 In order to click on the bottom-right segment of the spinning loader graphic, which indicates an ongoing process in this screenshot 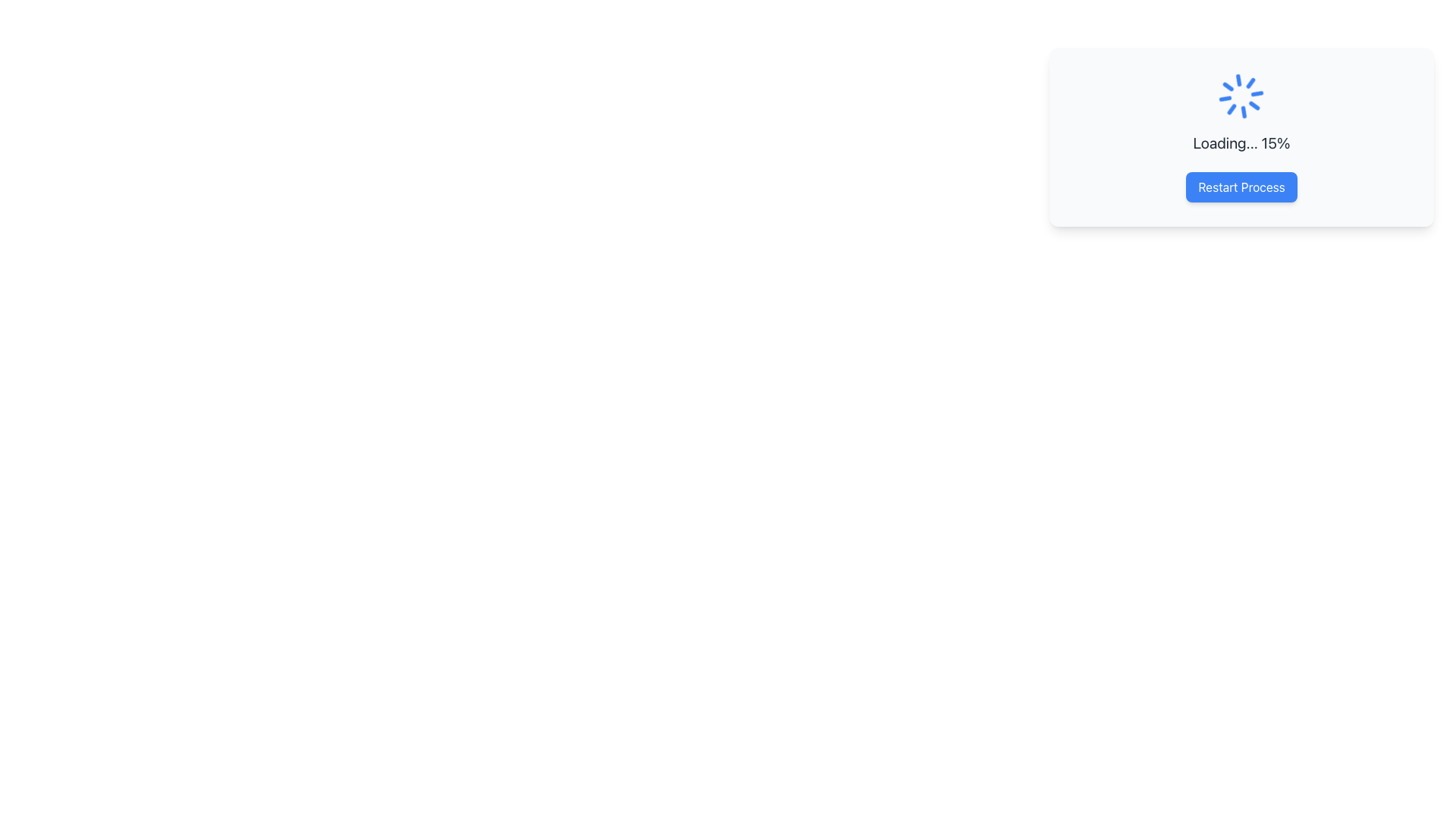, I will do `click(1227, 89)`.